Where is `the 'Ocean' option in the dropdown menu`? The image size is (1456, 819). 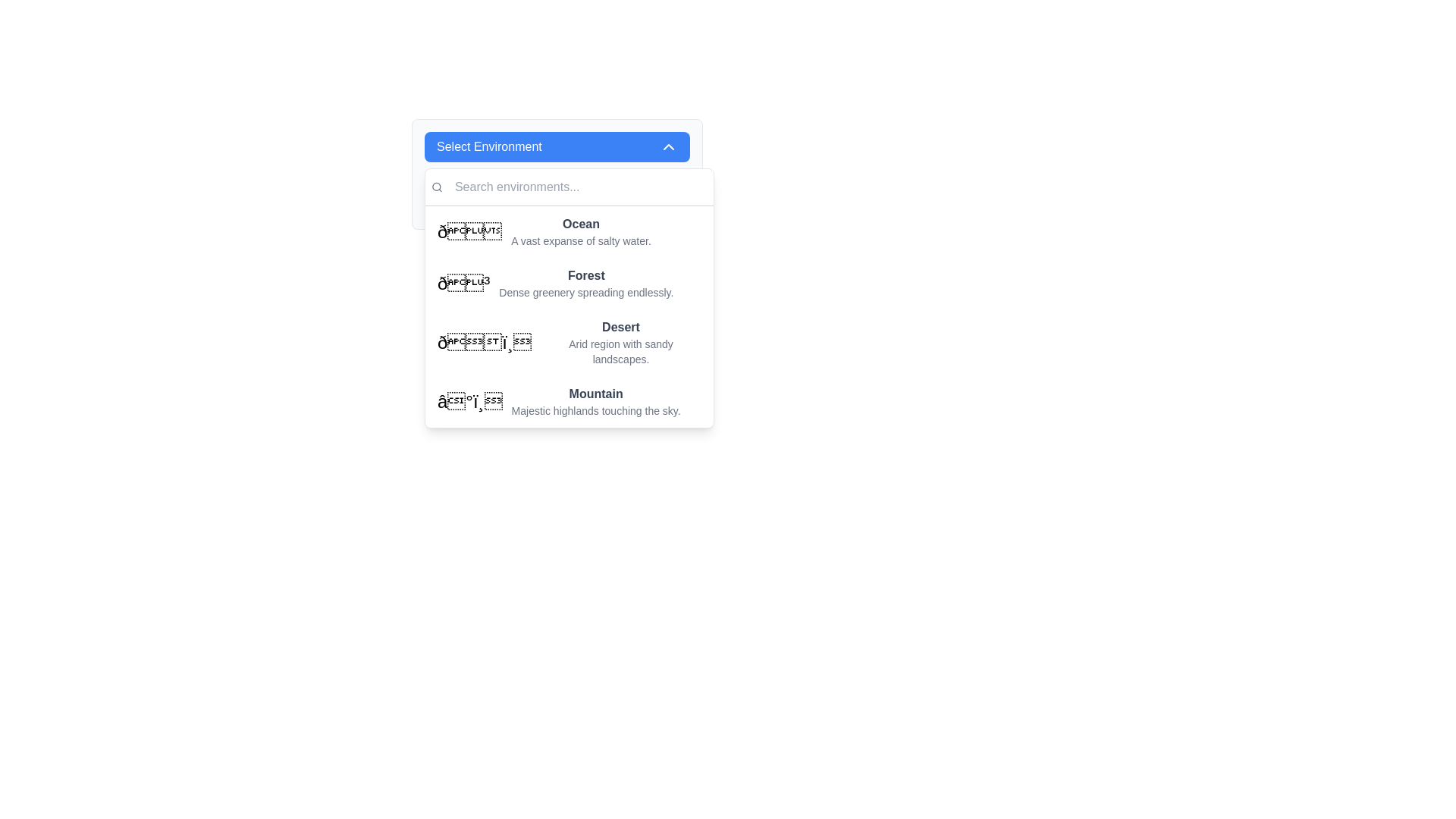 the 'Ocean' option in the dropdown menu is located at coordinates (580, 231).